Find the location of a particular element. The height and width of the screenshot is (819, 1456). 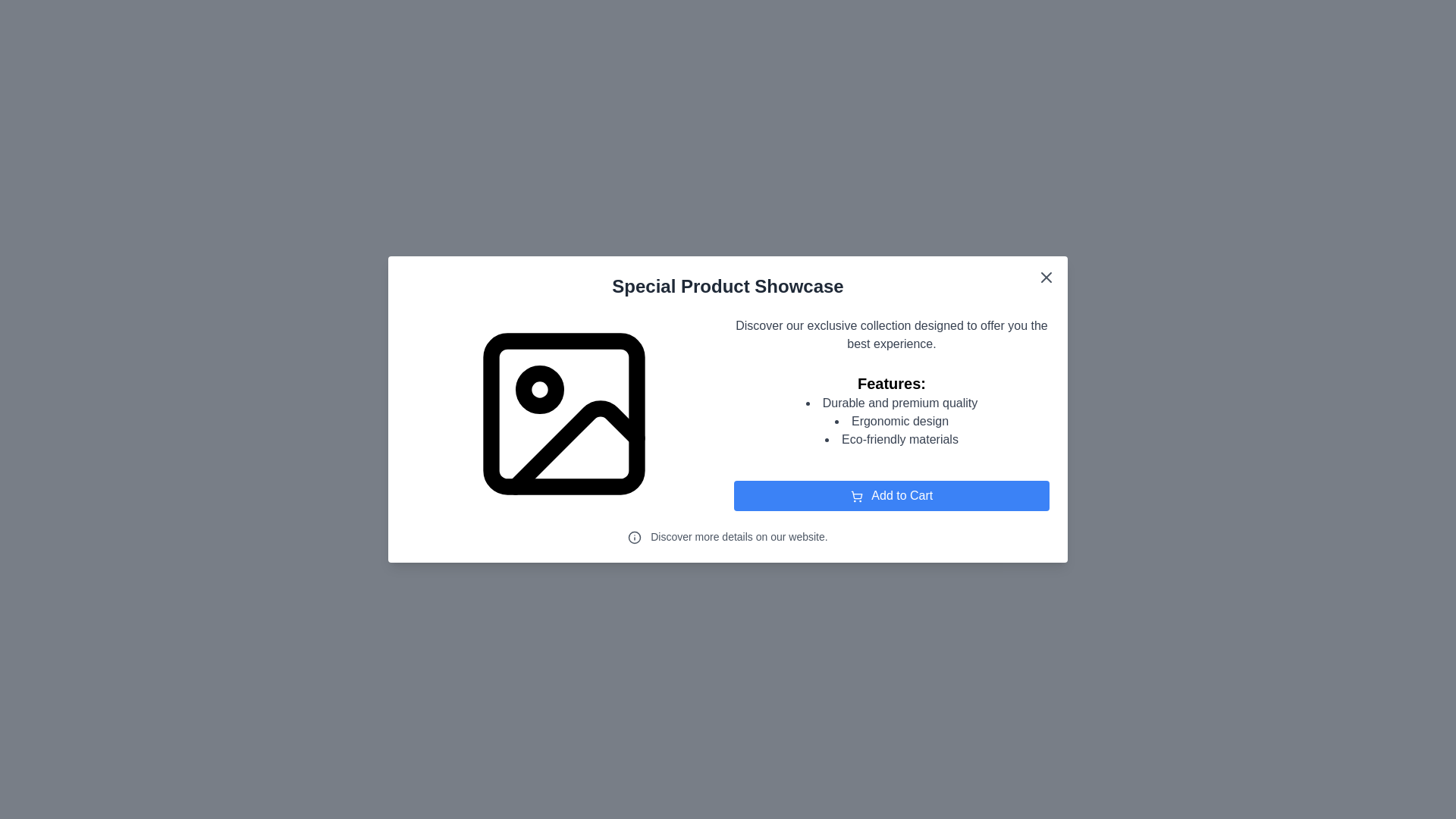

the third list item in the 'Features:' section, which describes the eco-friendly materials feature of the product, positioned in a centered modal window is located at coordinates (892, 438).